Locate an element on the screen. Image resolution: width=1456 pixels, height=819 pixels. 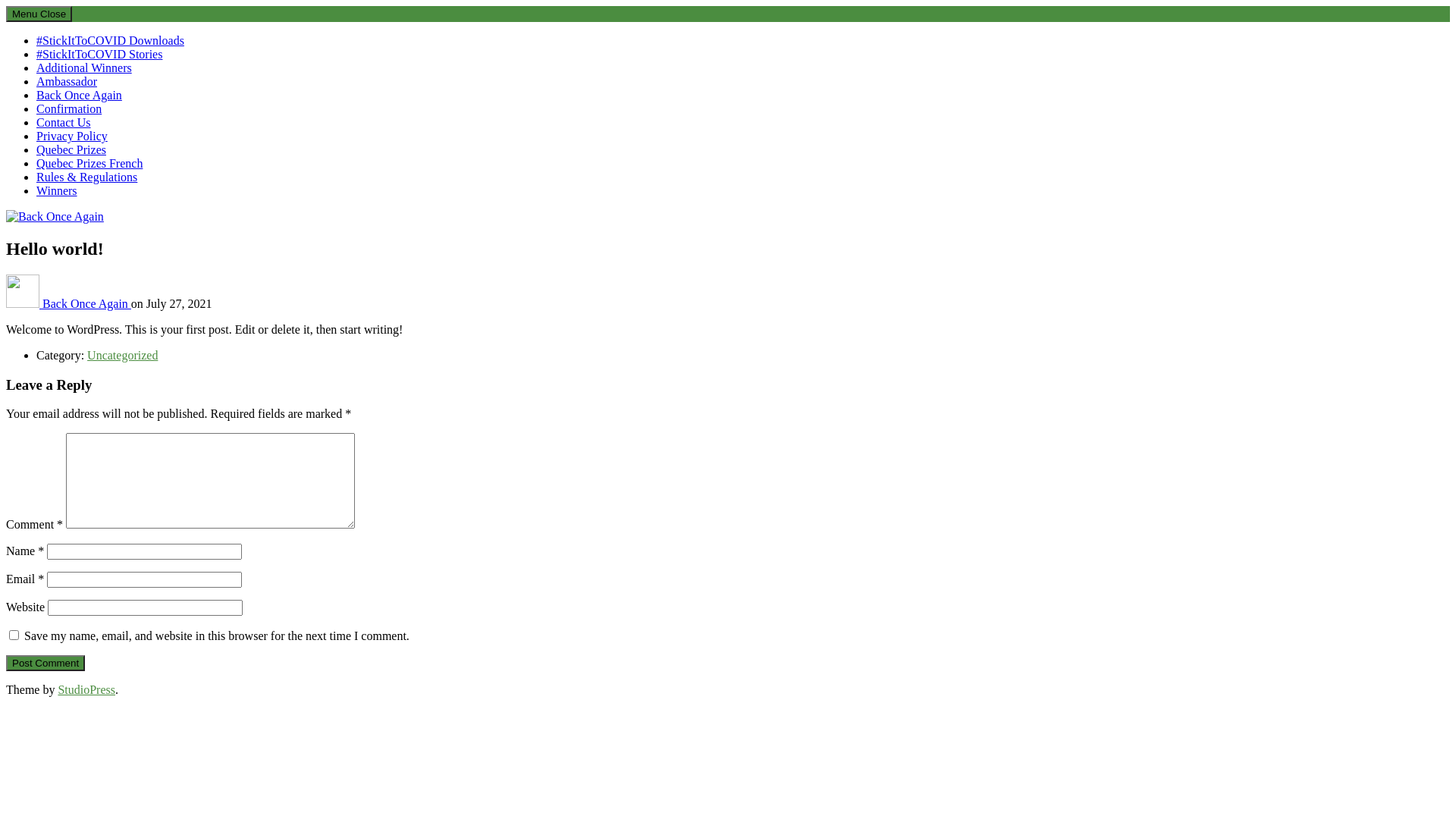
'Quebec Prizes' is located at coordinates (36, 149).